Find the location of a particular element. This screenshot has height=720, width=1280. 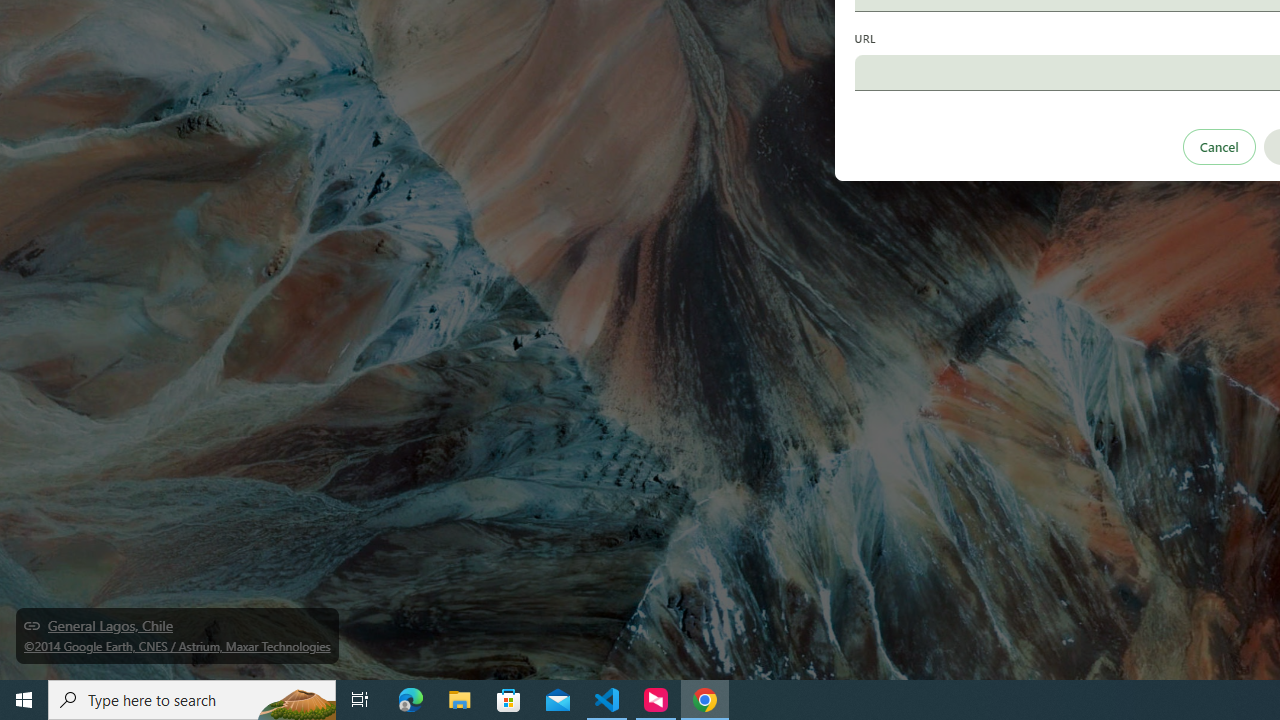

'Cancel' is located at coordinates (1217, 145).